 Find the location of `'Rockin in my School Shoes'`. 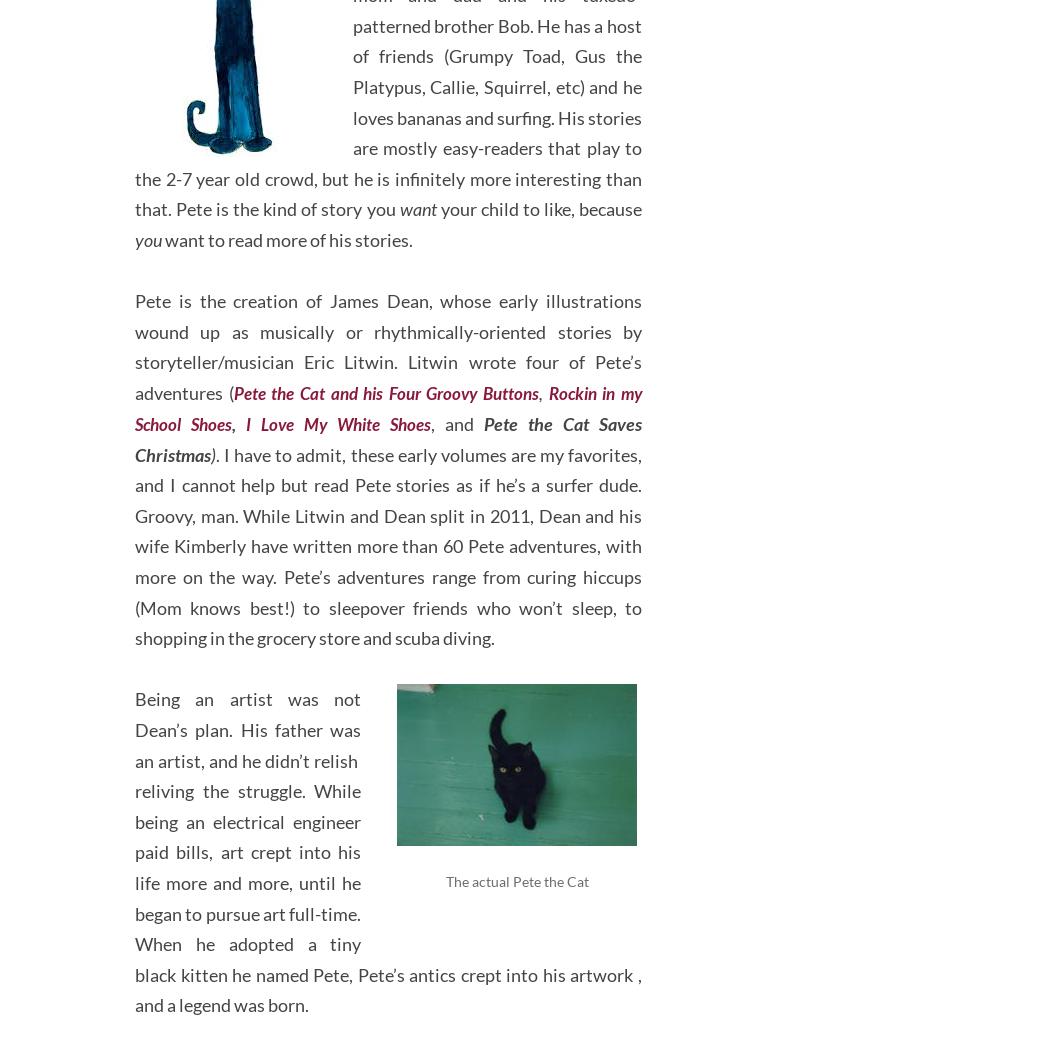

'Rockin in my School Shoes' is located at coordinates (388, 396).